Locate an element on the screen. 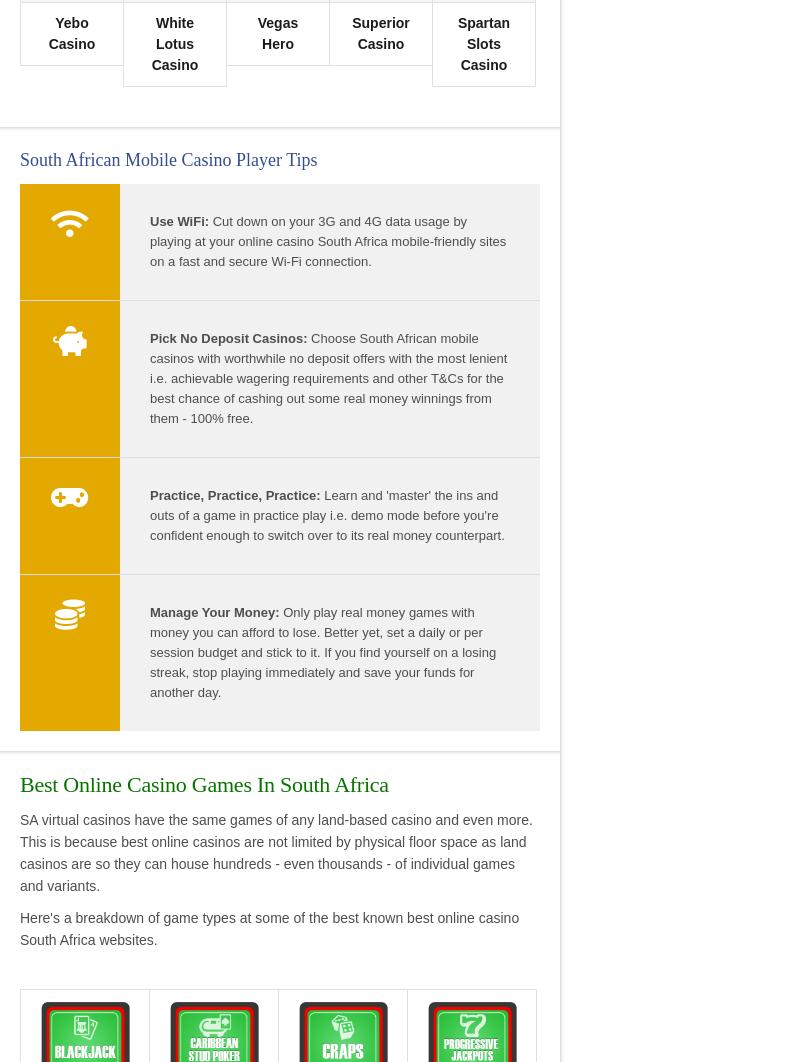 This screenshot has width=800, height=1062. 'Choose South African mobile casinos with worthwhile no deposit offers with the most lenient i.e. achievable wagering requirements and other T&Cs for the best chance of cashing out some real money winnings from them - 100% free.' is located at coordinates (327, 376).